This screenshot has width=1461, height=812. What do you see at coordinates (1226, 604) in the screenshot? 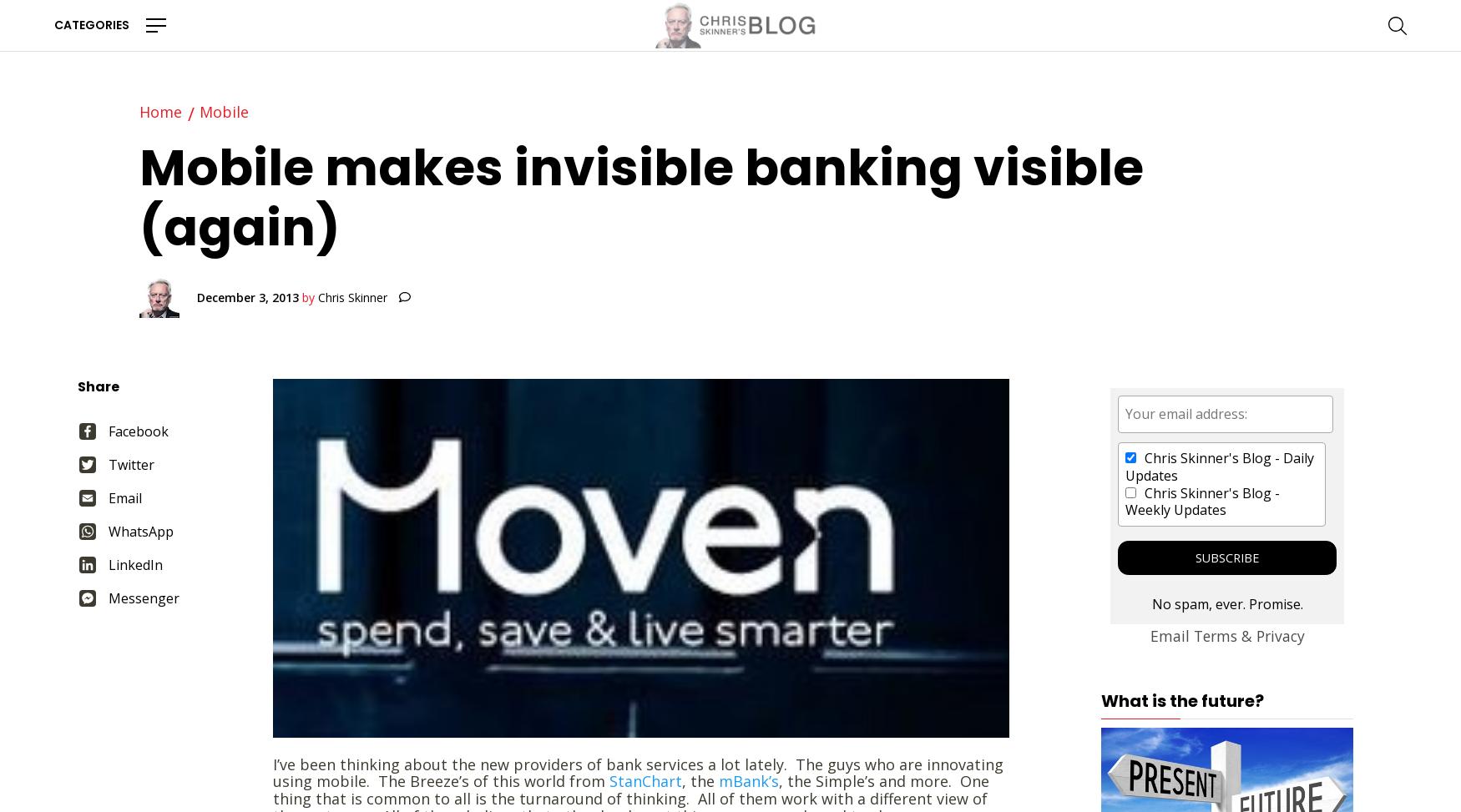
I see `'No spam, ever. Promise.'` at bounding box center [1226, 604].